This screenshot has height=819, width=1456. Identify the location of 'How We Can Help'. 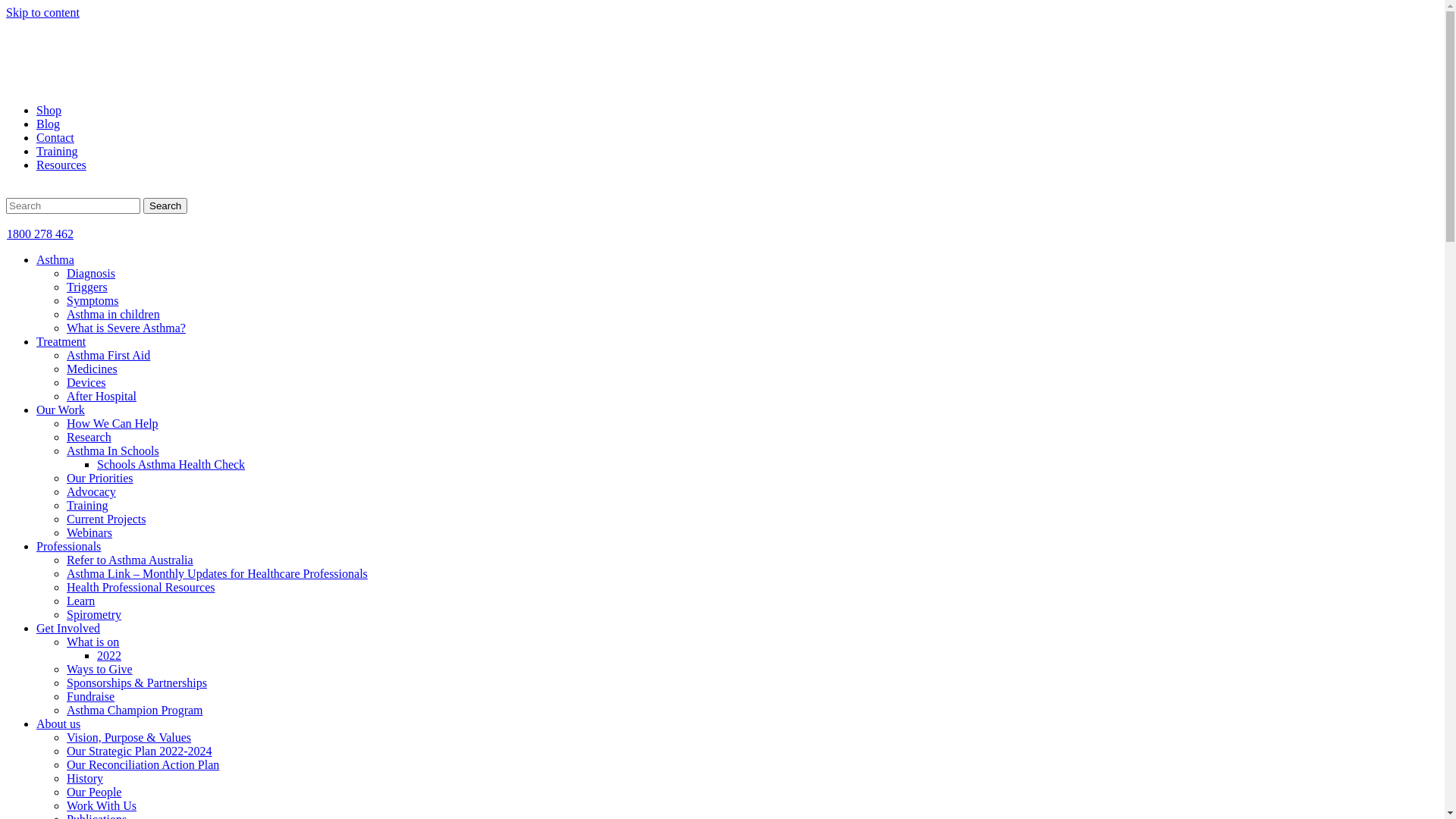
(65, 423).